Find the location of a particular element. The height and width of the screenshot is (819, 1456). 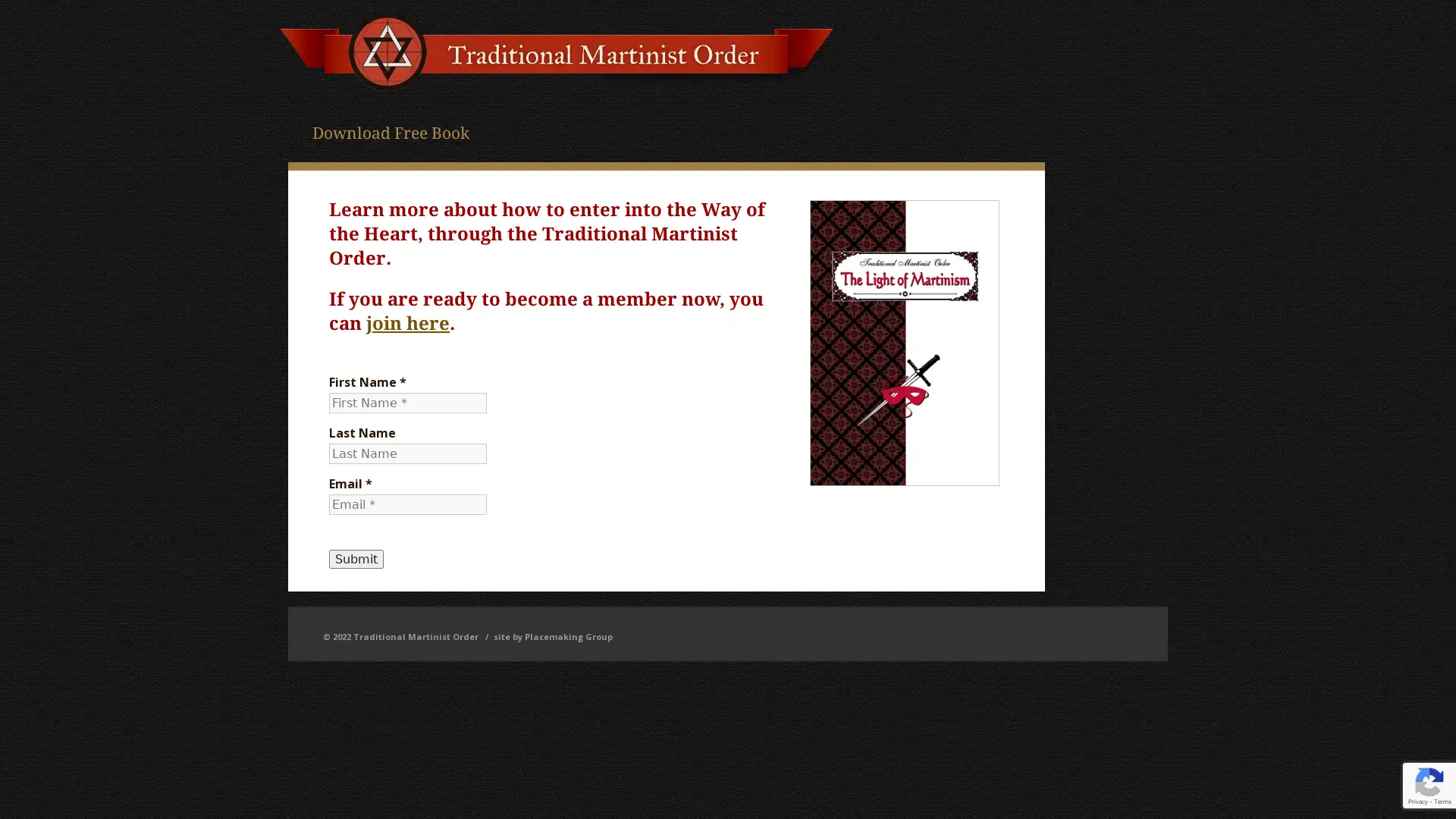

Submit is located at coordinates (356, 559).